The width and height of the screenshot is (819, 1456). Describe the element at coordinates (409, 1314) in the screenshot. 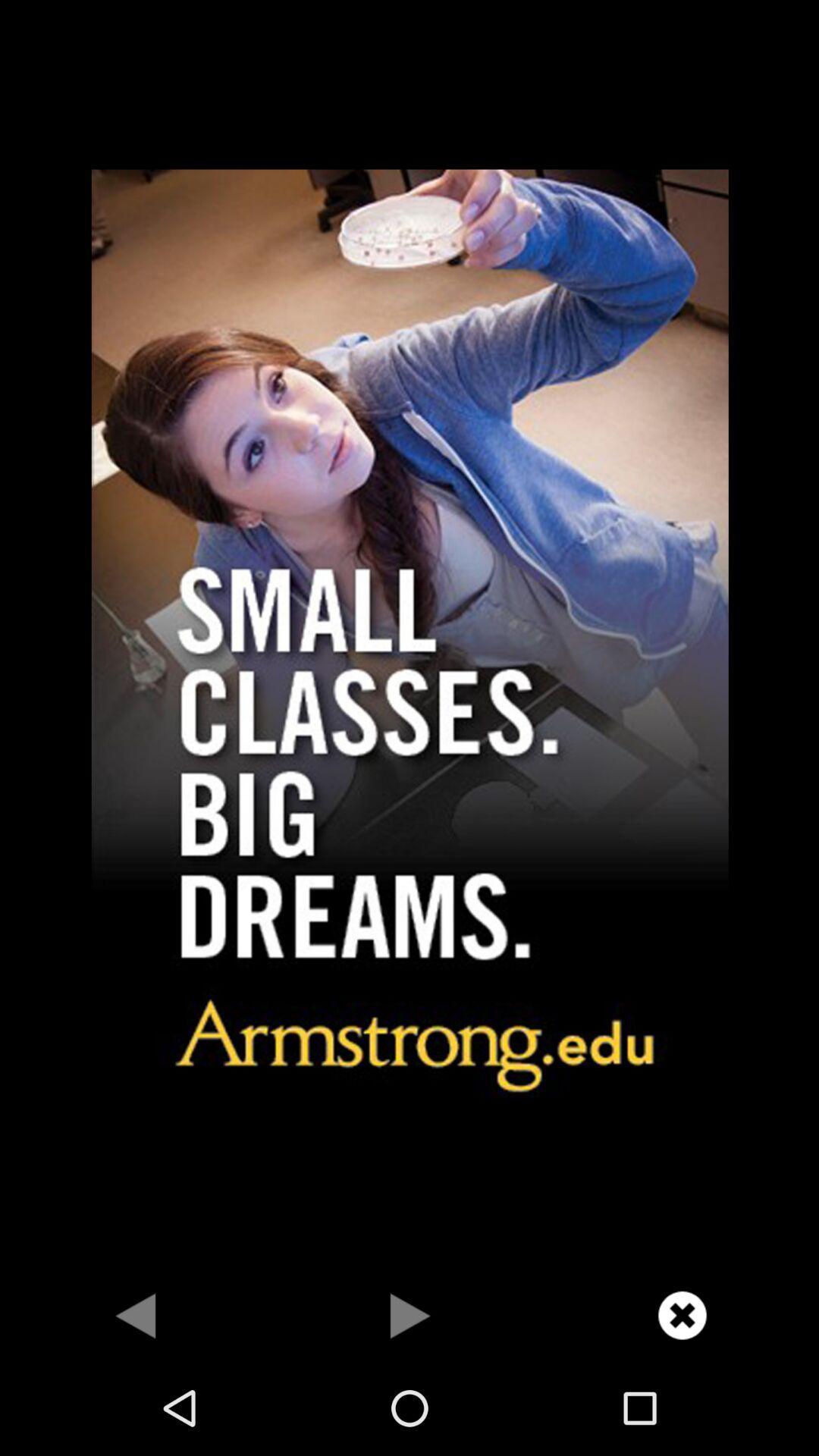

I see `next page` at that location.